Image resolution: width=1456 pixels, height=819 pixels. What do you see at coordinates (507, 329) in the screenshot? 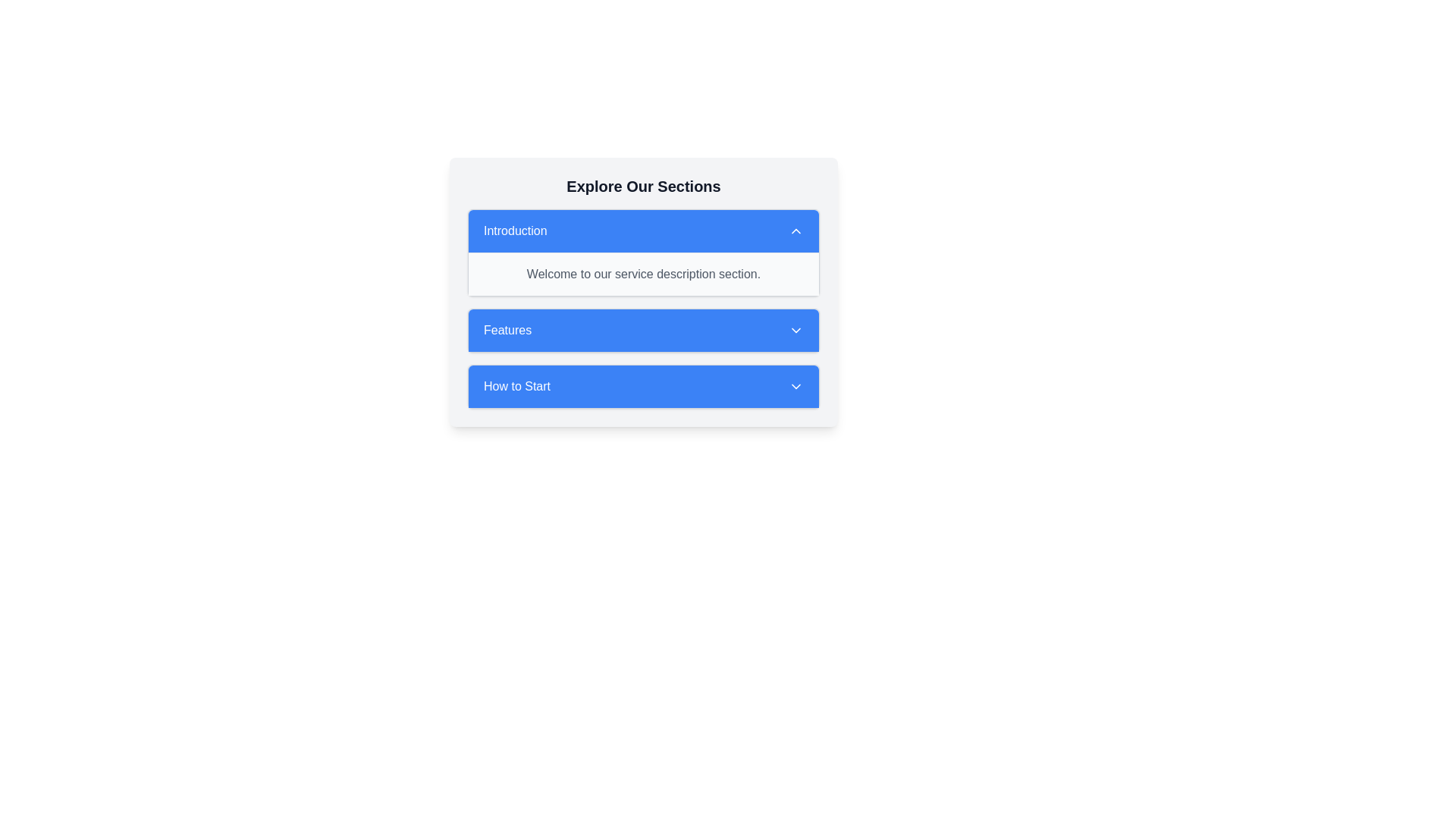
I see `text from the label that reads 'Features', which is styled with medium font weight and white color on a blue background in the second collapsible section header` at bounding box center [507, 329].